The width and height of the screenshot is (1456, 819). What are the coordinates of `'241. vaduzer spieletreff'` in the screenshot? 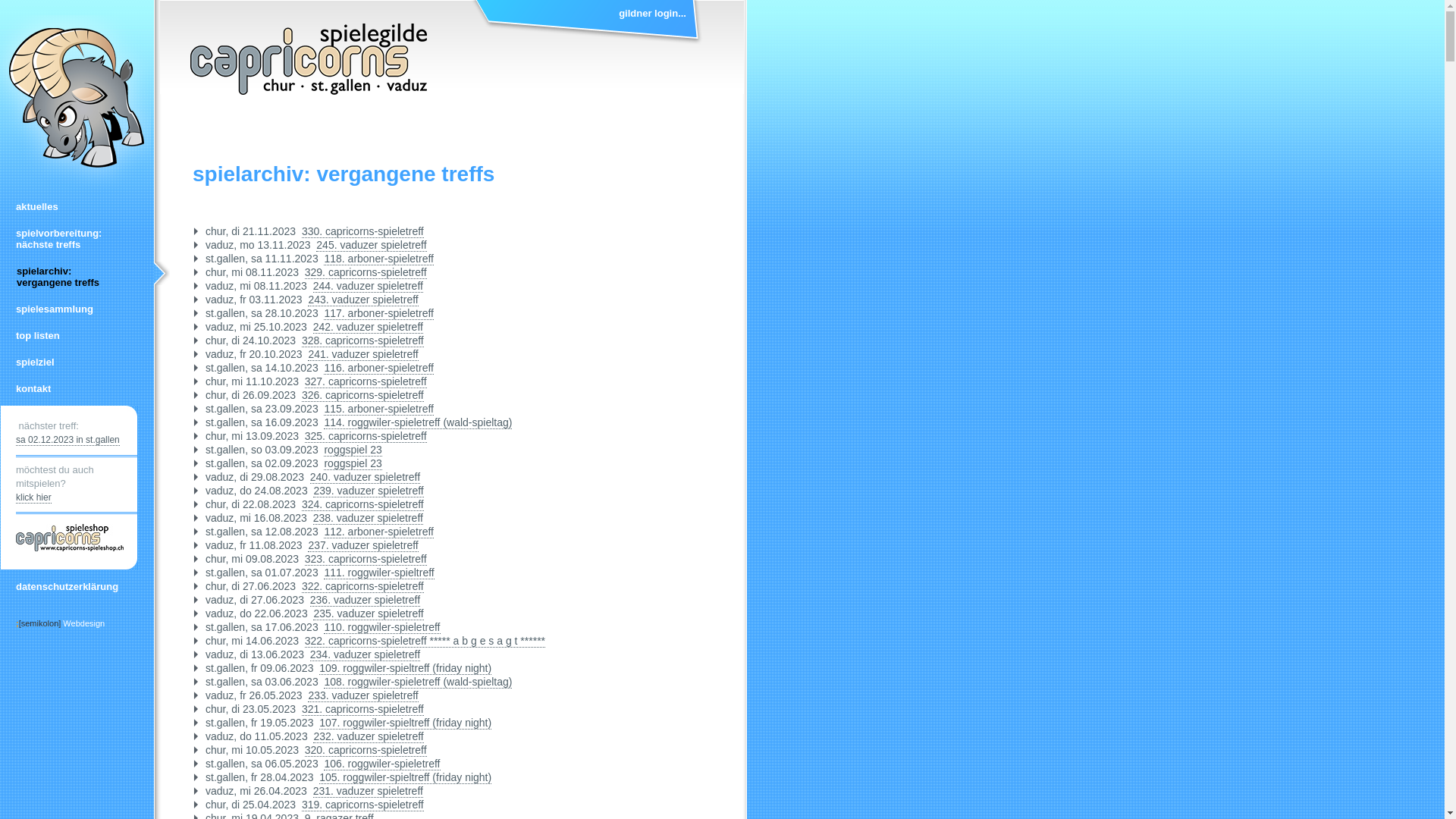 It's located at (307, 354).